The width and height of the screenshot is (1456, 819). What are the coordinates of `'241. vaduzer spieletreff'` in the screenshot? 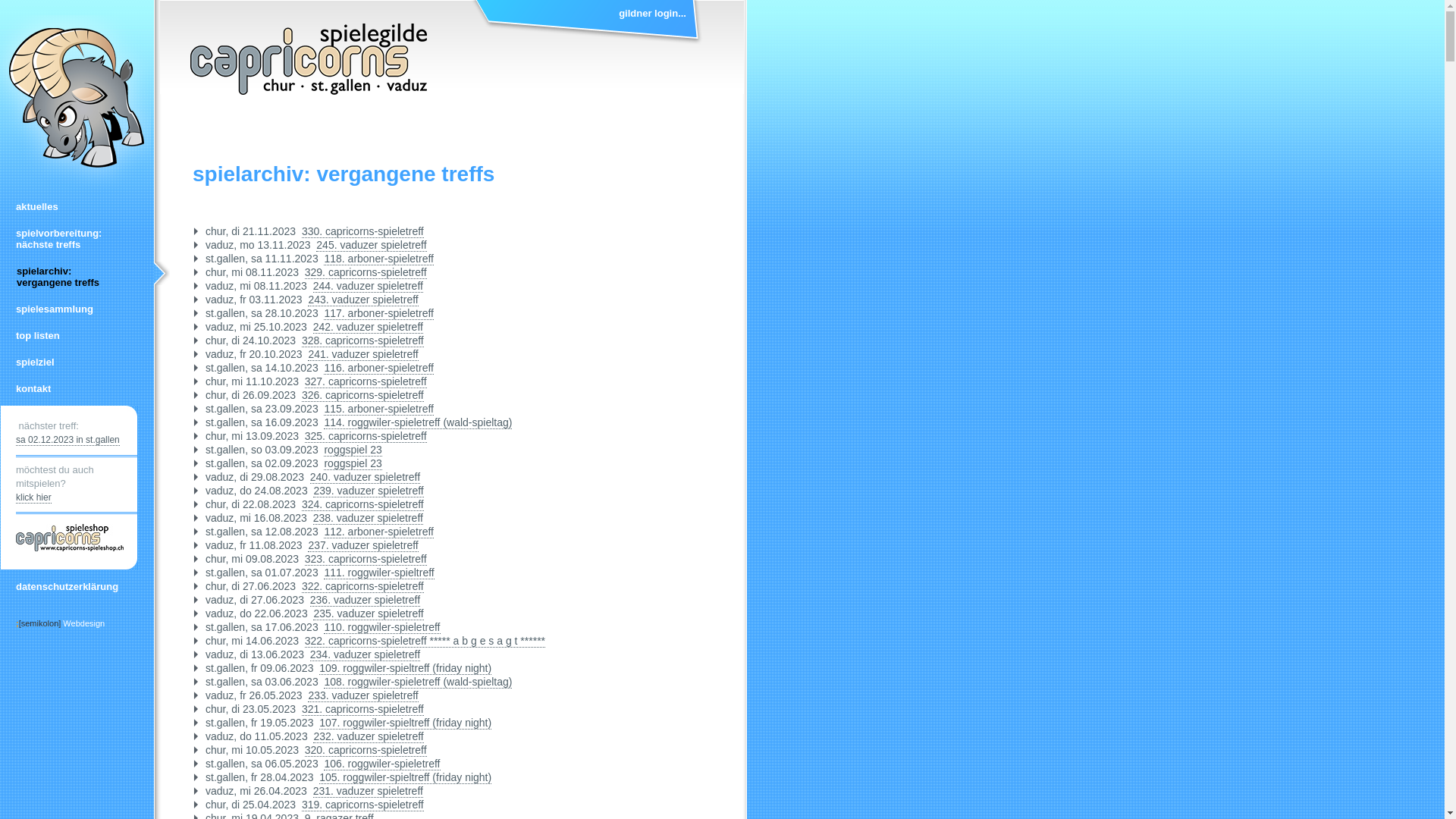 It's located at (307, 354).